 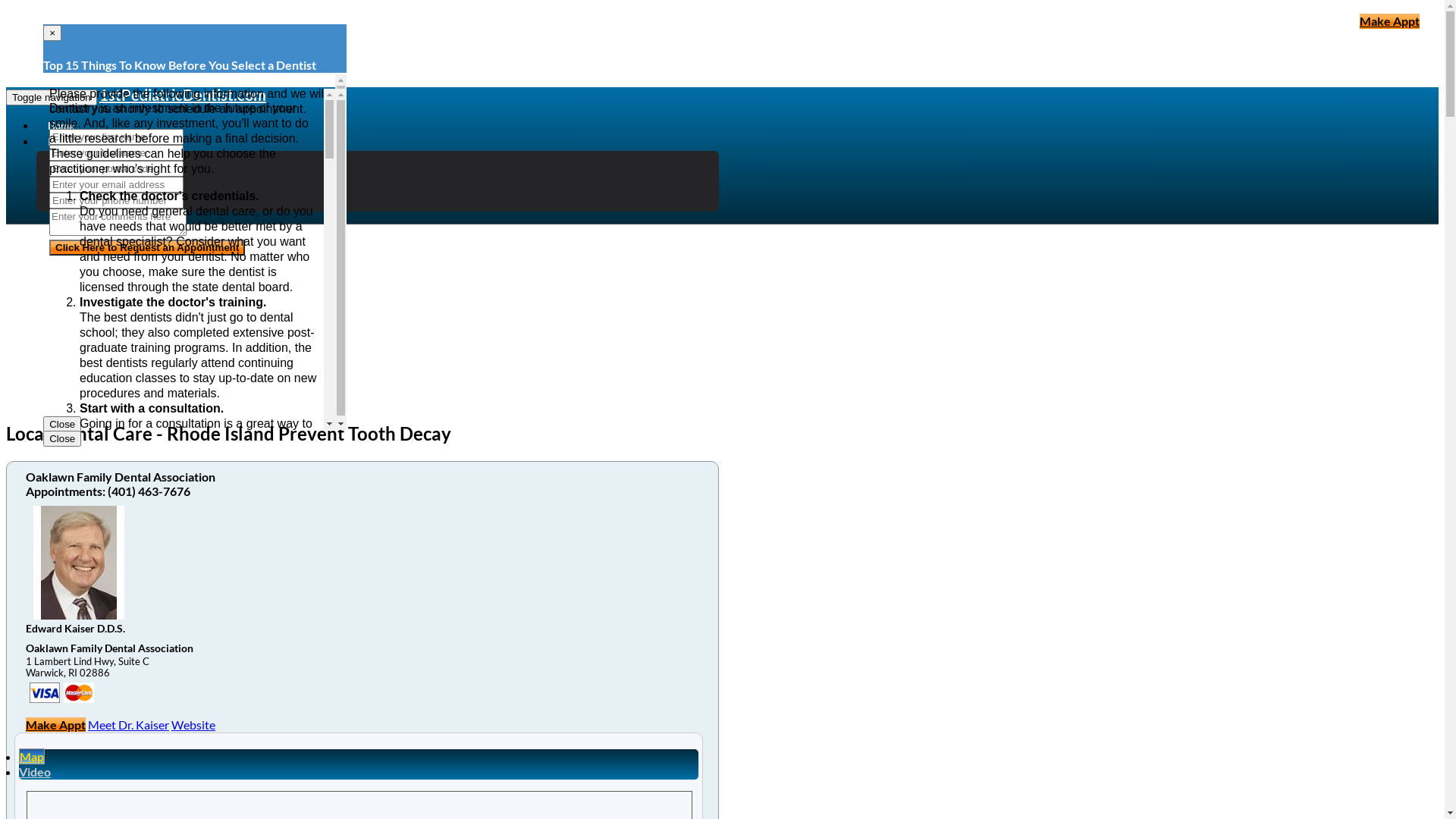 I want to click on 'Close', so click(x=43, y=424).